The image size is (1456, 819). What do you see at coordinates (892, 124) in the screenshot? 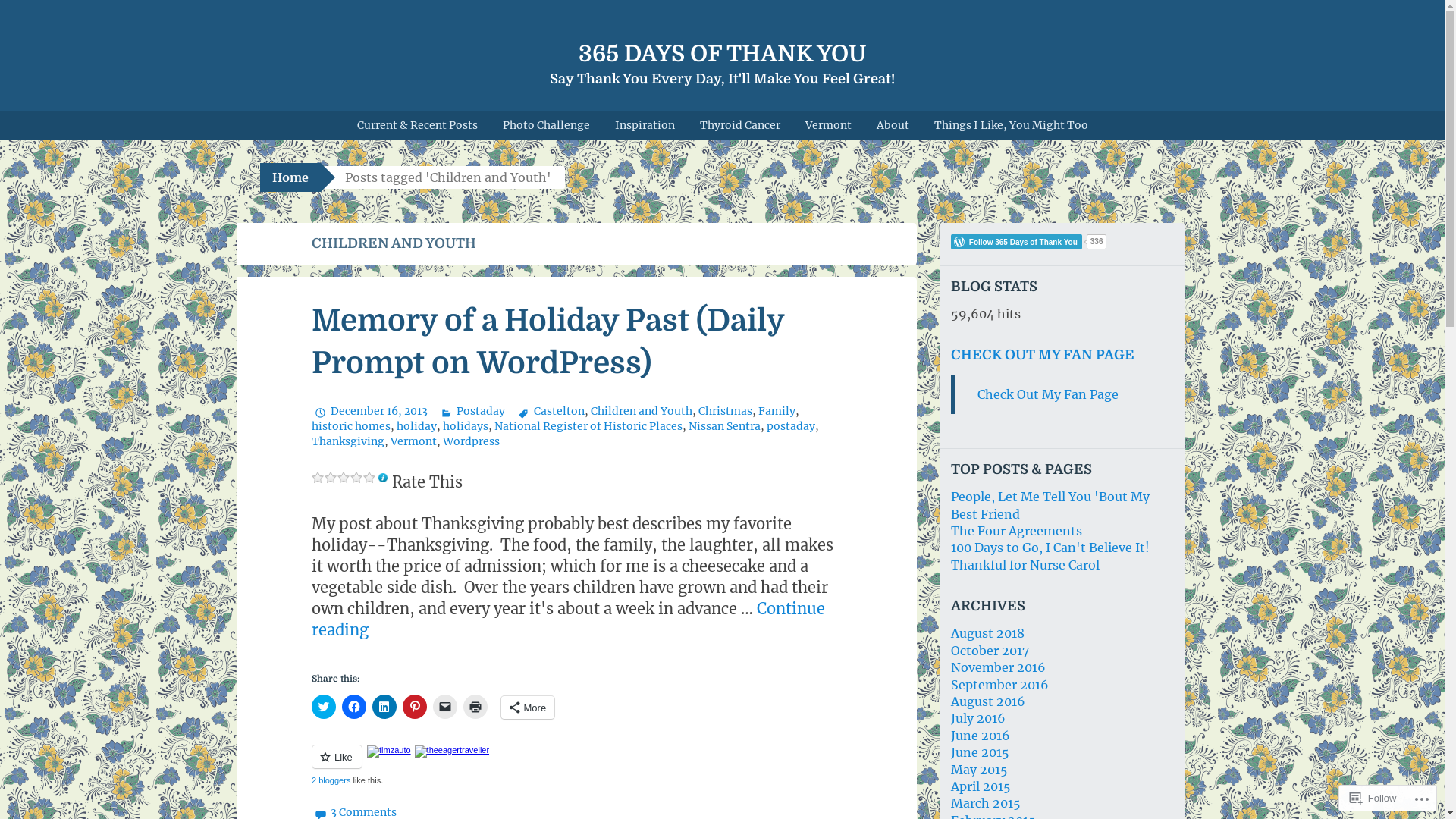
I see `'About'` at bounding box center [892, 124].